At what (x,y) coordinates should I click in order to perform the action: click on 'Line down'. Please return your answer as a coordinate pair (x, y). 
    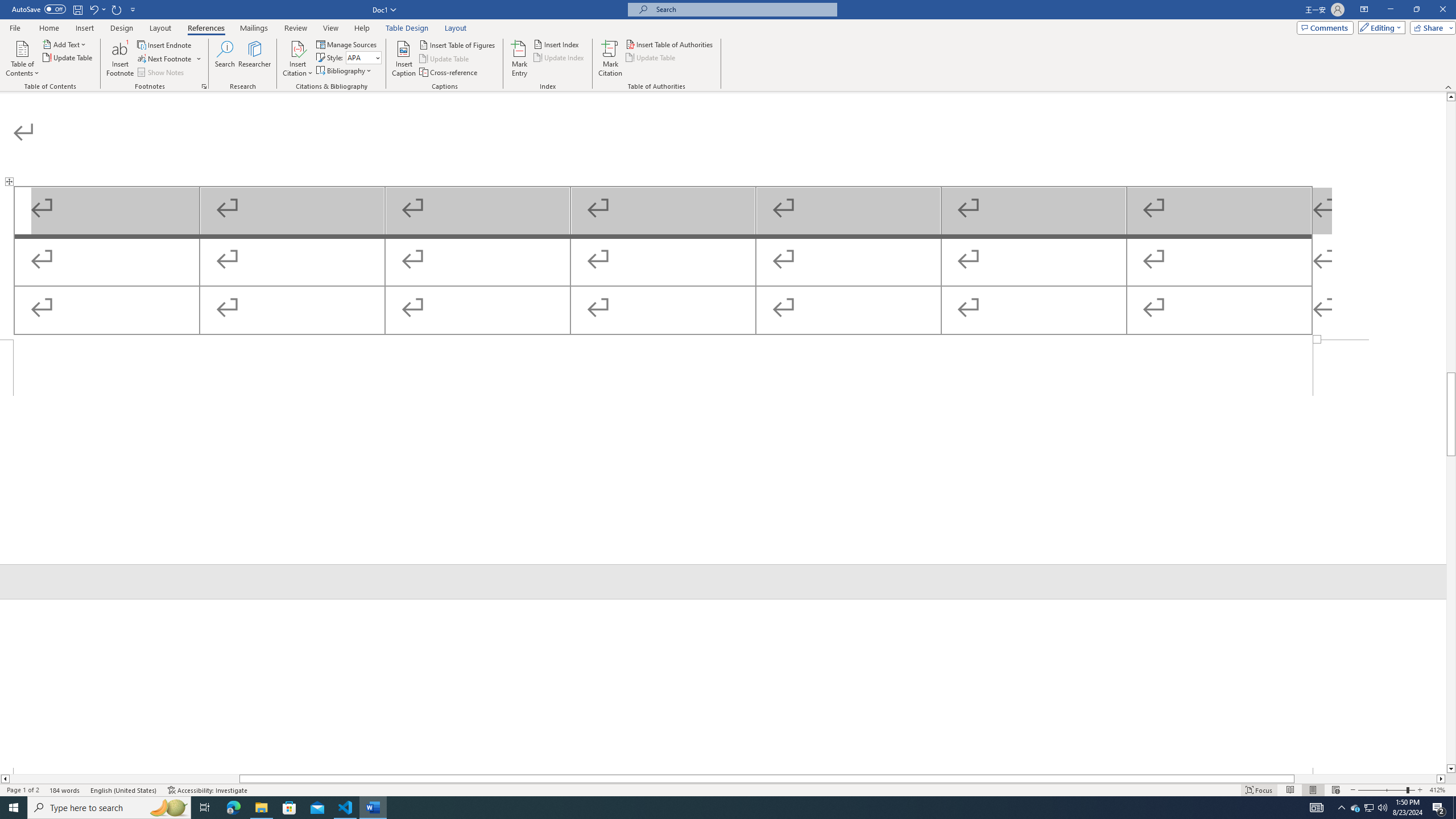
    Looking at the image, I should click on (1451, 768).